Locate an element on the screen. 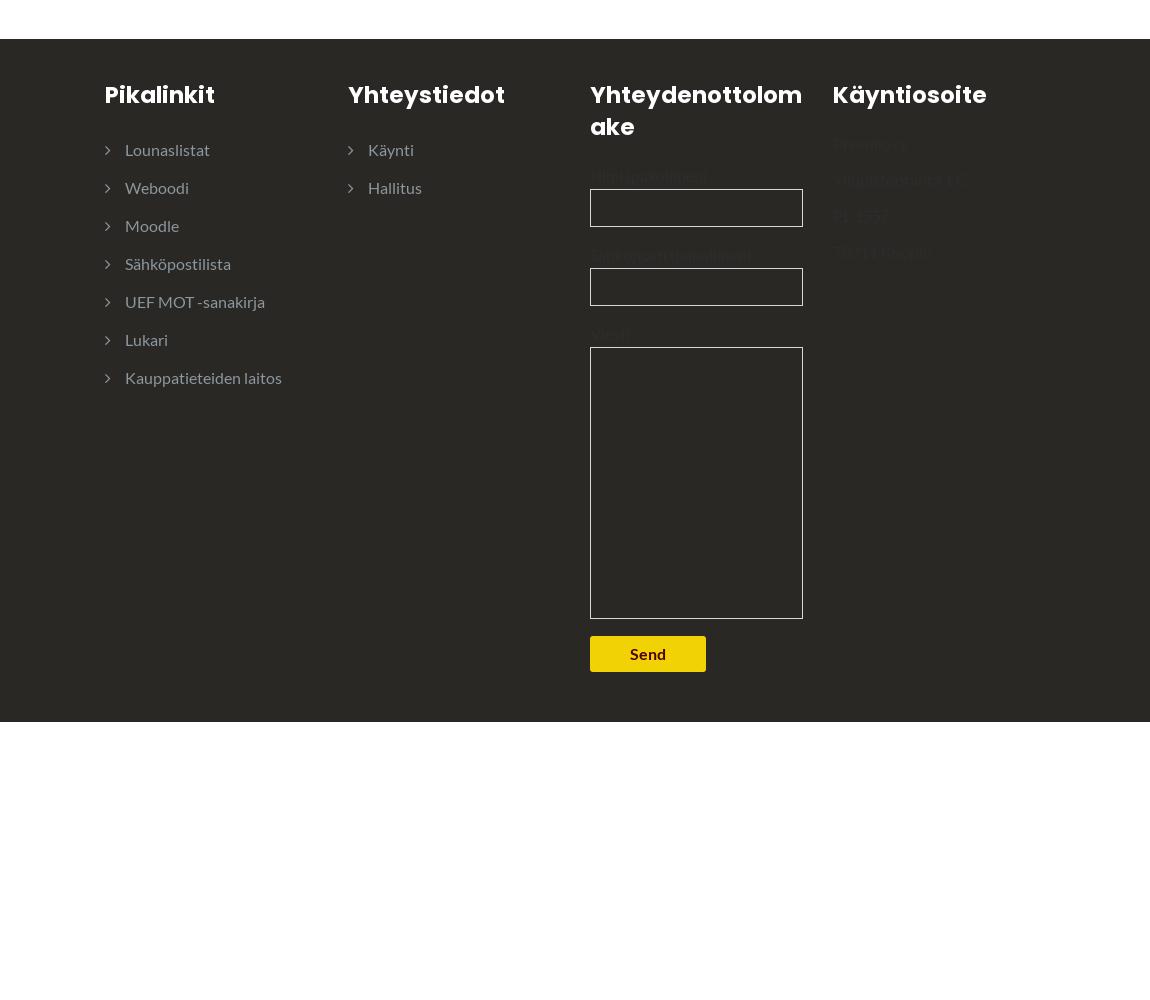 The image size is (1150, 1000). 'UEF MOT -sanakirja' is located at coordinates (124, 300).